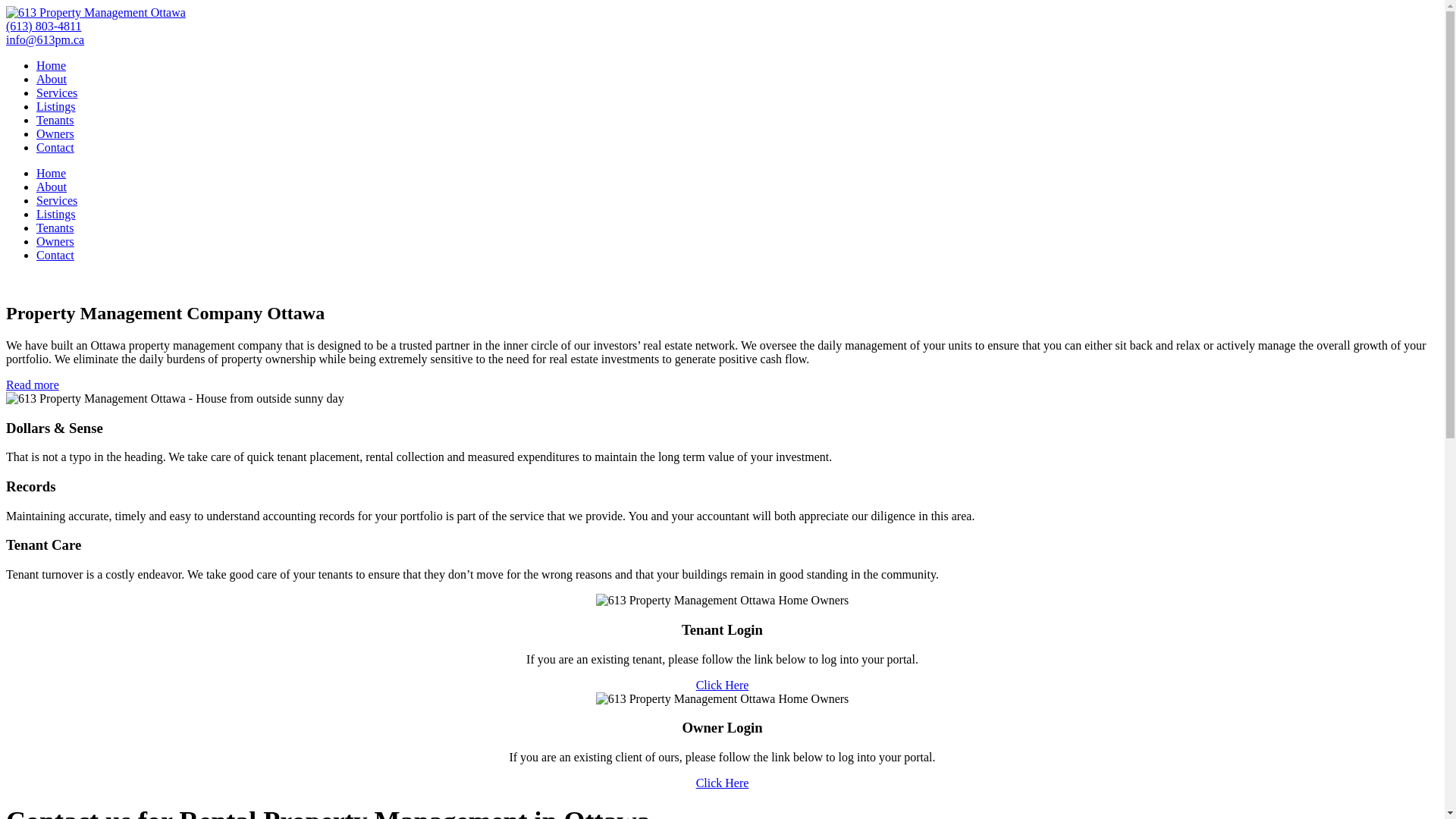 This screenshot has height=819, width=1456. What do you see at coordinates (51, 172) in the screenshot?
I see `'Home'` at bounding box center [51, 172].